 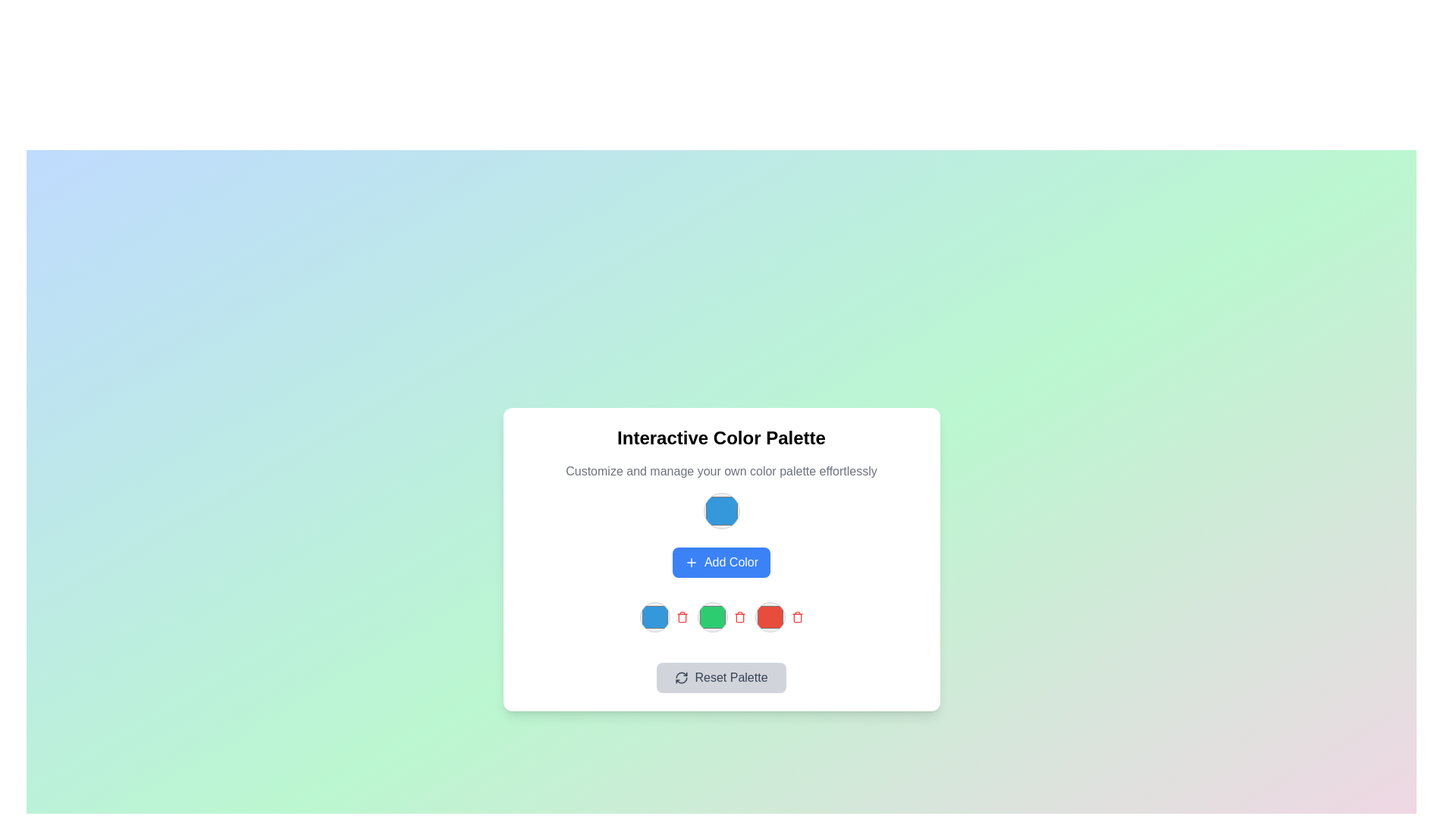 What do you see at coordinates (796, 618) in the screenshot?
I see `the middle rectangular outline of the trash bin icon, which is part of a minimalist design and located within the central interface panel` at bounding box center [796, 618].